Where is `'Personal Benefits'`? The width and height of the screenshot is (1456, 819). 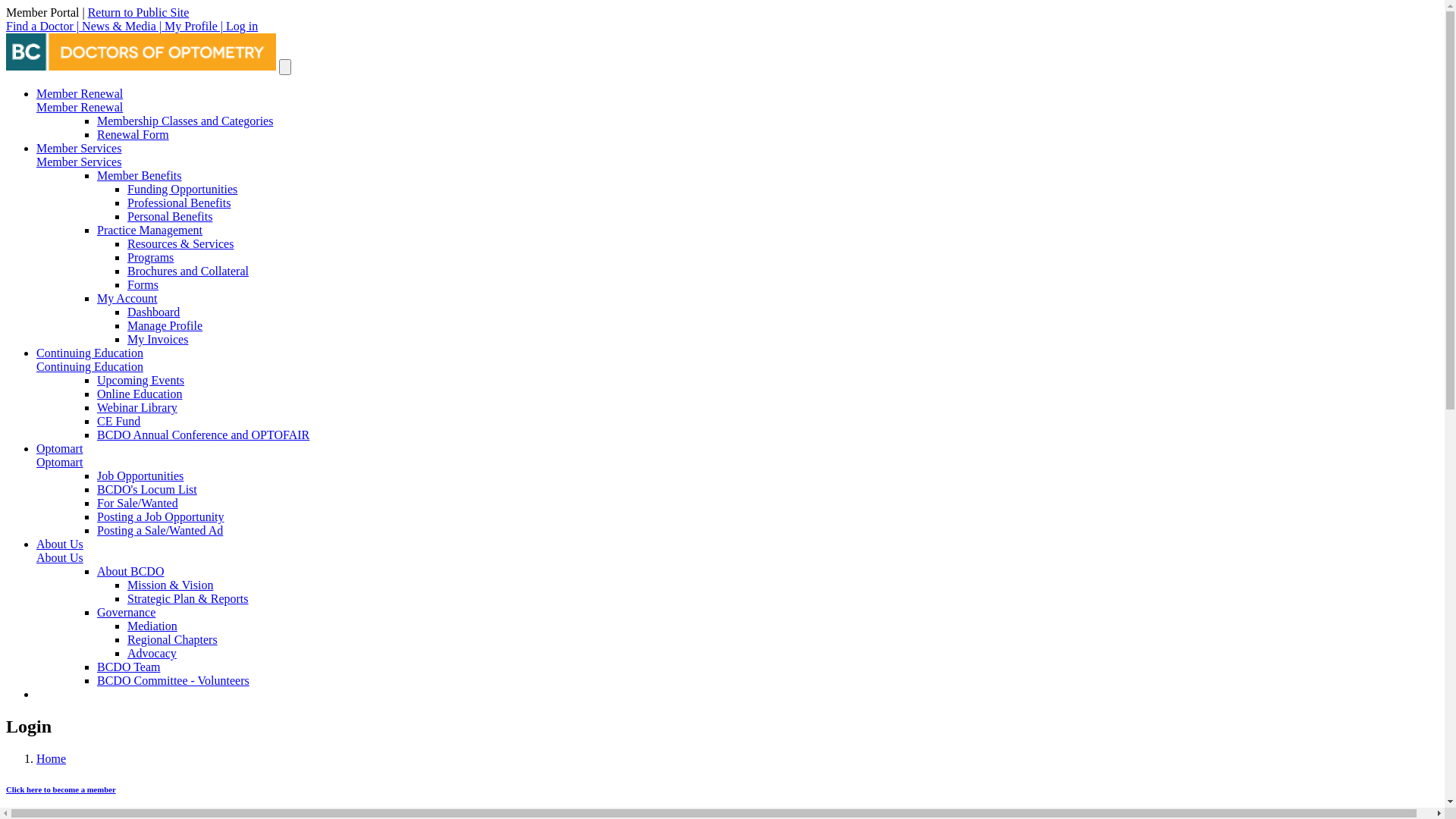 'Personal Benefits' is located at coordinates (170, 216).